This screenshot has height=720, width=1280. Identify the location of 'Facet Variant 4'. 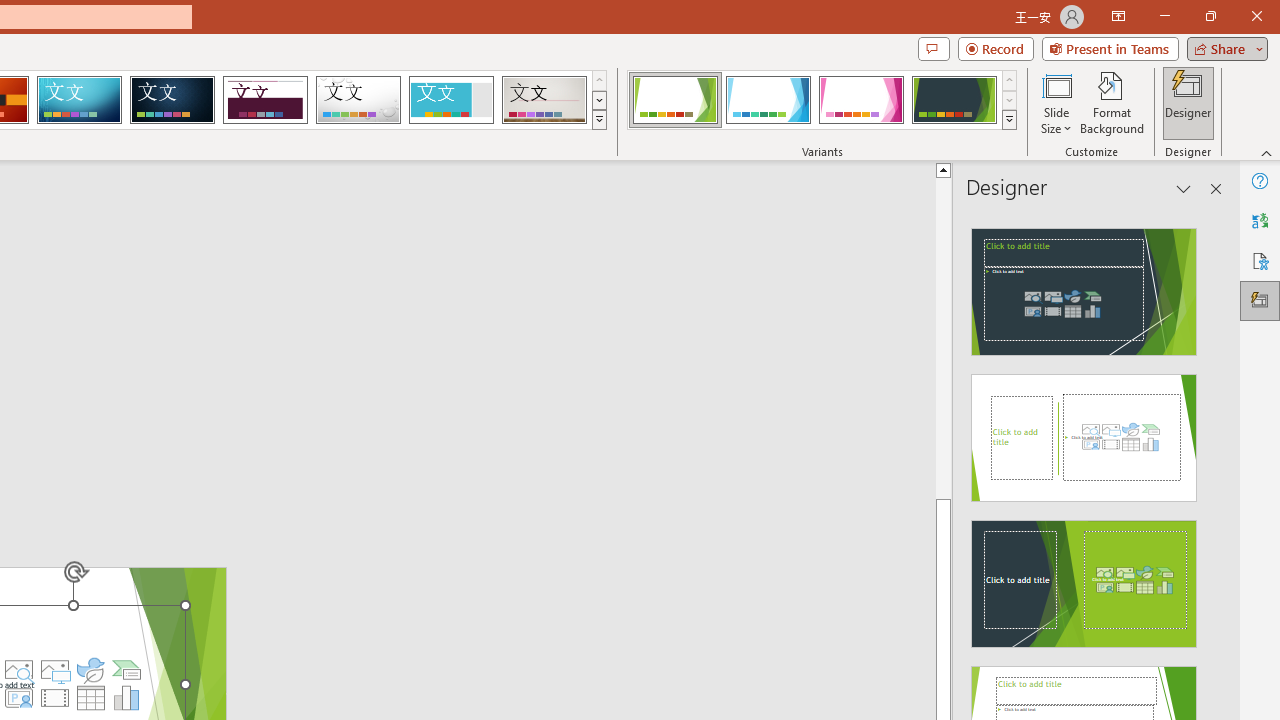
(953, 100).